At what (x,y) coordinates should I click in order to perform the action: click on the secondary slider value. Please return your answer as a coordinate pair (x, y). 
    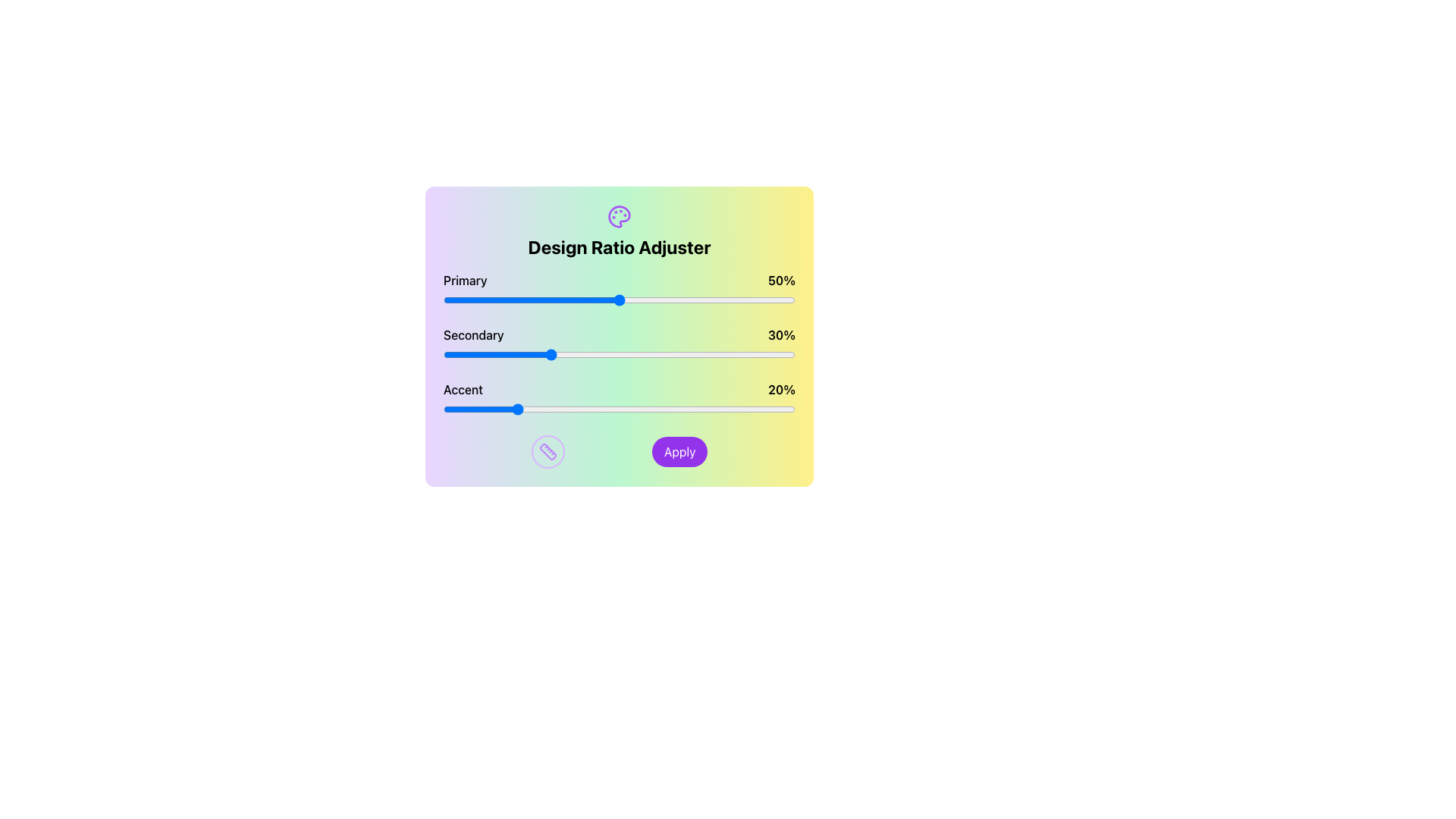
    Looking at the image, I should click on (471, 354).